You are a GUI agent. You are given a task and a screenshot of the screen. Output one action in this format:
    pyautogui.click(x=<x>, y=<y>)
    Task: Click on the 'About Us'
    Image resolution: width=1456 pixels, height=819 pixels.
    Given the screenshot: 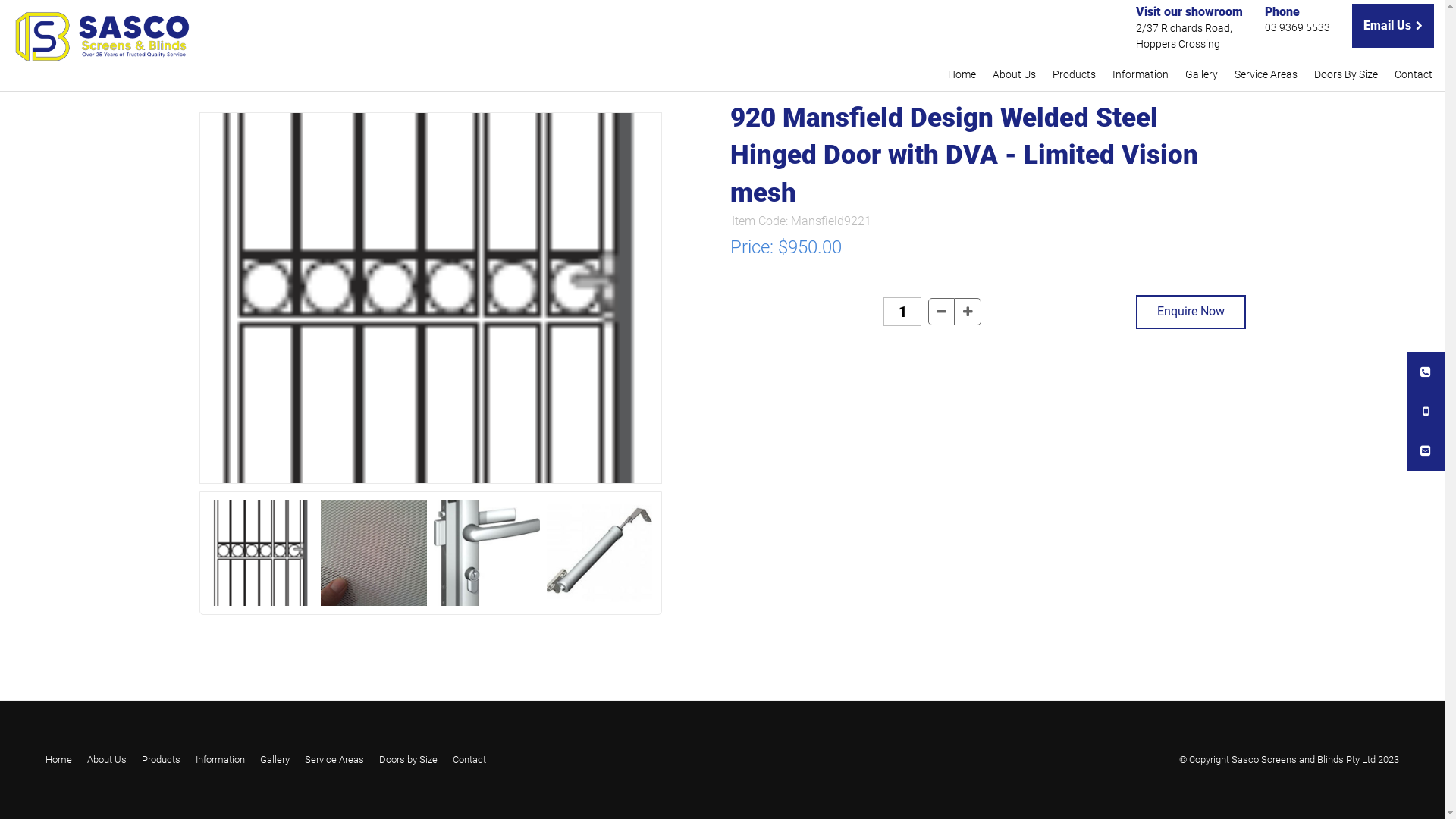 What is the action you would take?
    pyautogui.click(x=105, y=760)
    